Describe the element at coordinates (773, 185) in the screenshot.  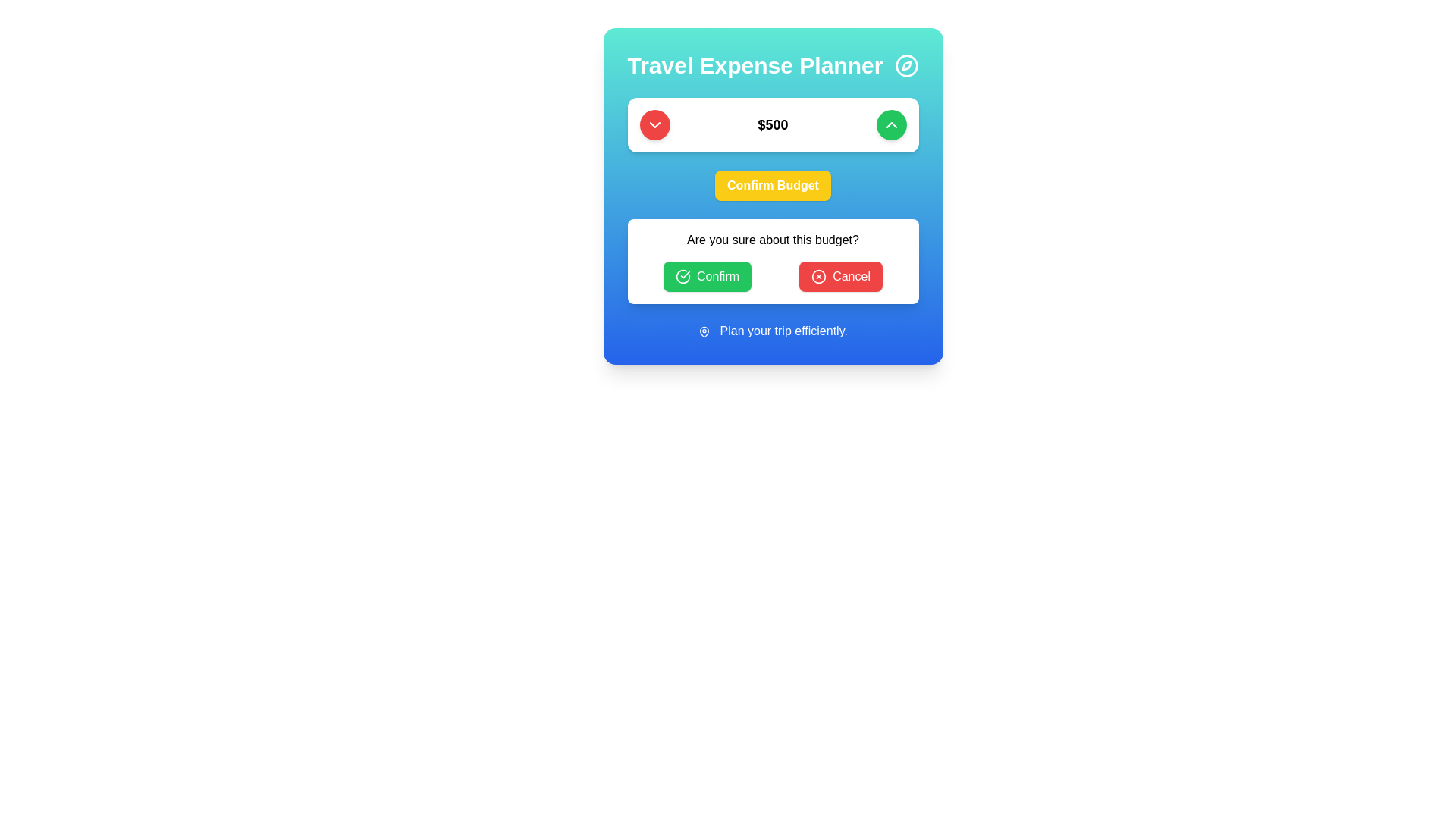
I see `the 'Confirm Budget' button, which is a rectangular button with rounded corners, bright yellow background, and white text, located centrally below the budget amount display` at that location.